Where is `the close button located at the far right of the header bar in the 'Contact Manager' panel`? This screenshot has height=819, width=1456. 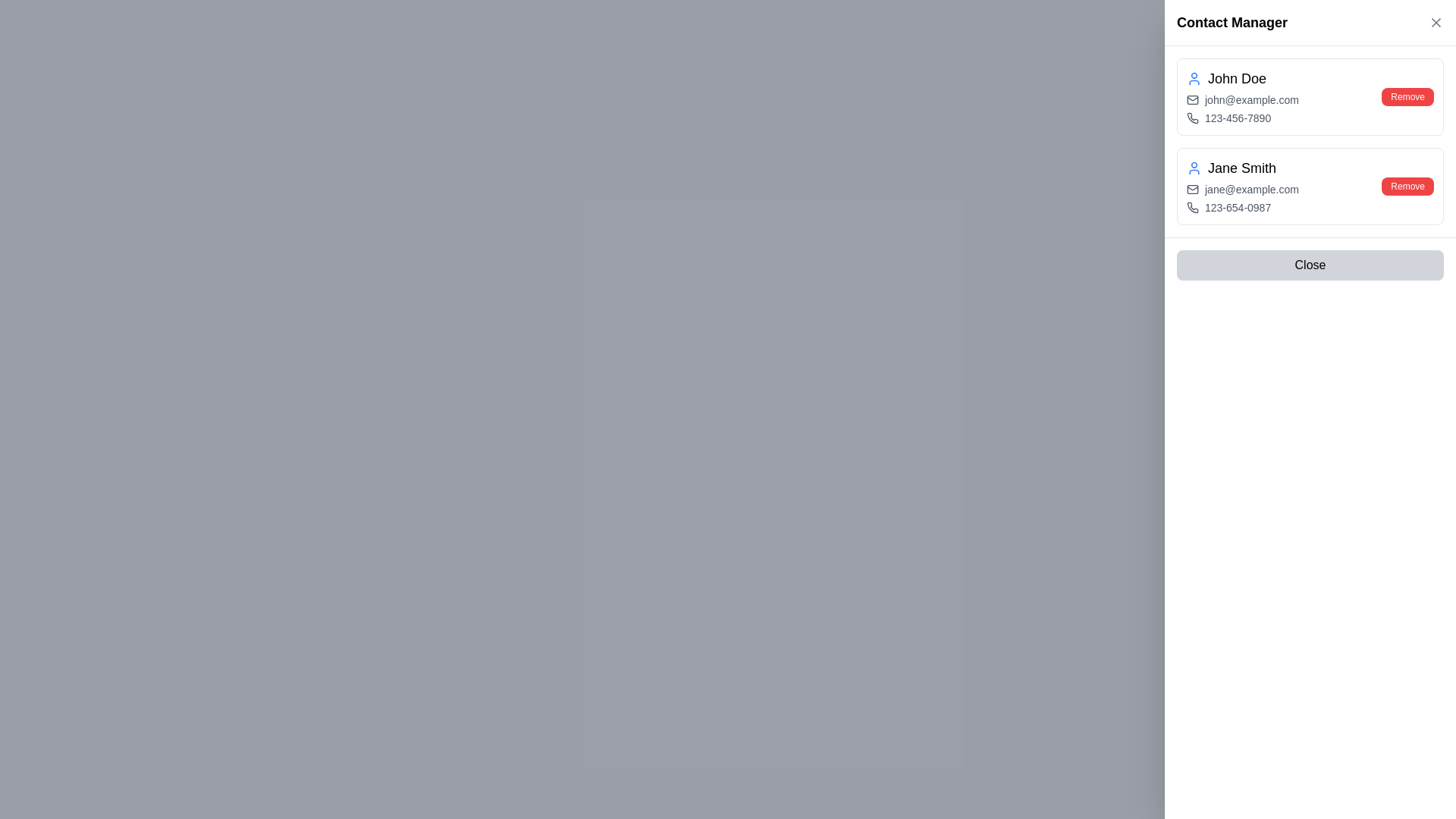
the close button located at the far right of the header bar in the 'Contact Manager' panel is located at coordinates (1436, 23).